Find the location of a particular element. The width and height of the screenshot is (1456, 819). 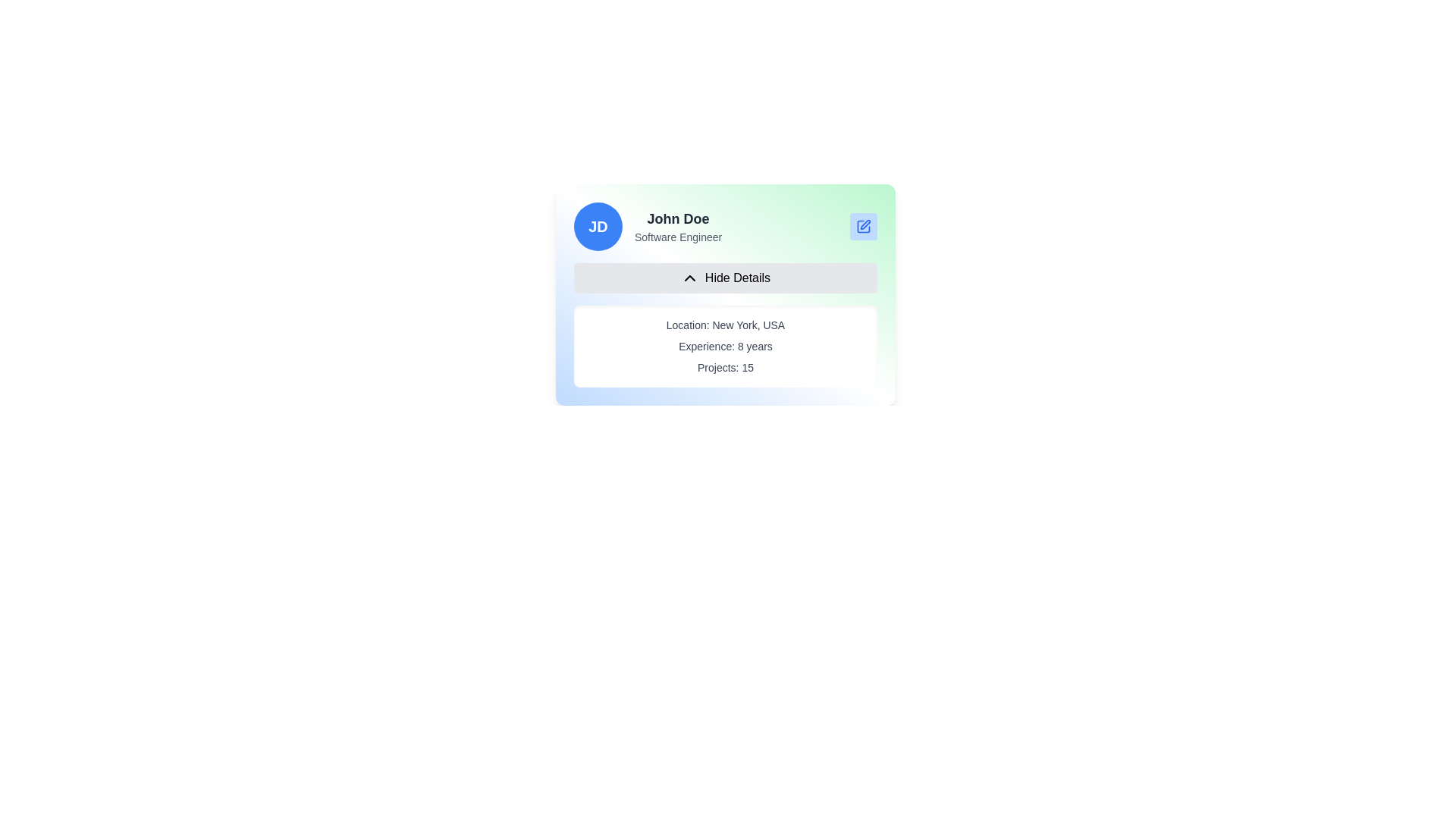

the SVG Icon in the top-right corner of the profile card is located at coordinates (863, 227).